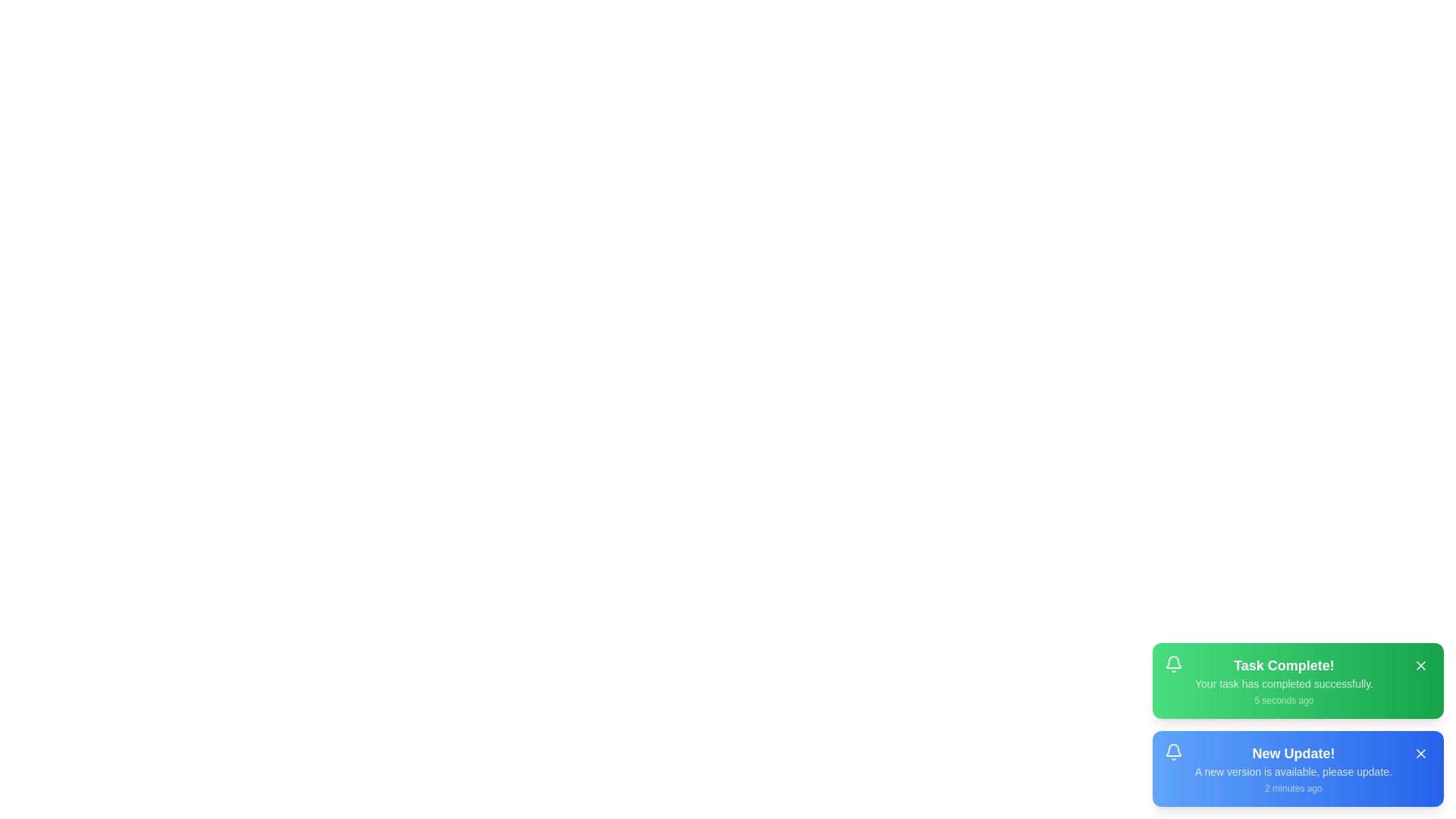 The height and width of the screenshot is (819, 1456). What do you see at coordinates (1173, 752) in the screenshot?
I see `the notification icon bell for the notification New Update!` at bounding box center [1173, 752].